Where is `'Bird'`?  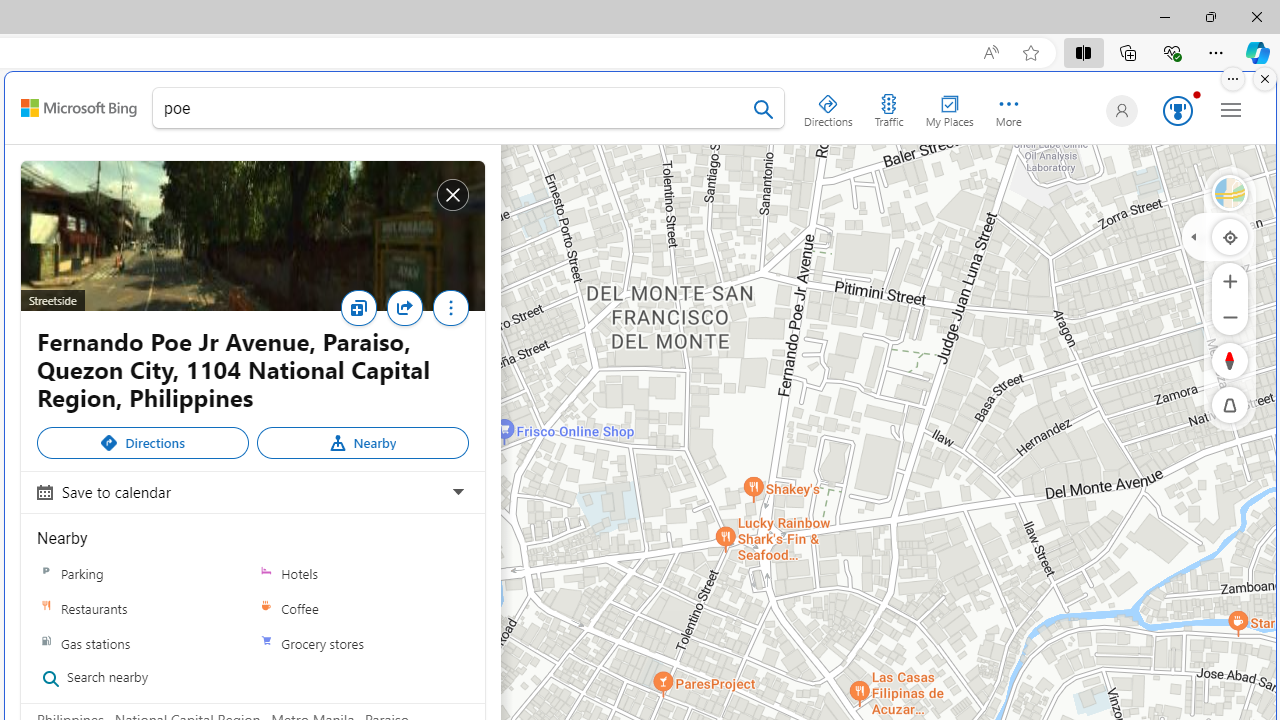
'Bird' is located at coordinates (1229, 192).